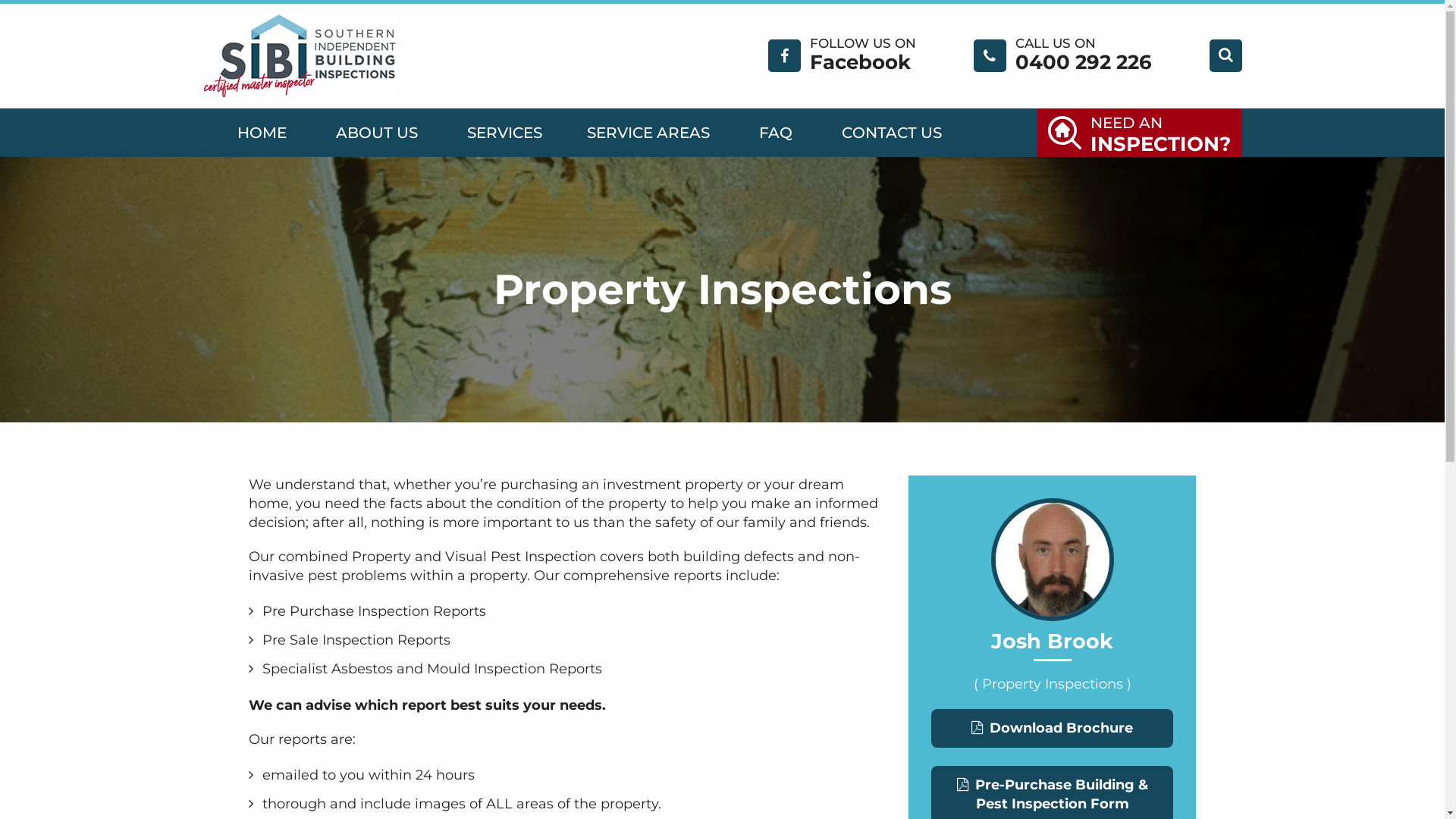 The width and height of the screenshot is (1456, 819). What do you see at coordinates (1051, 727) in the screenshot?
I see `'Download Brochure'` at bounding box center [1051, 727].